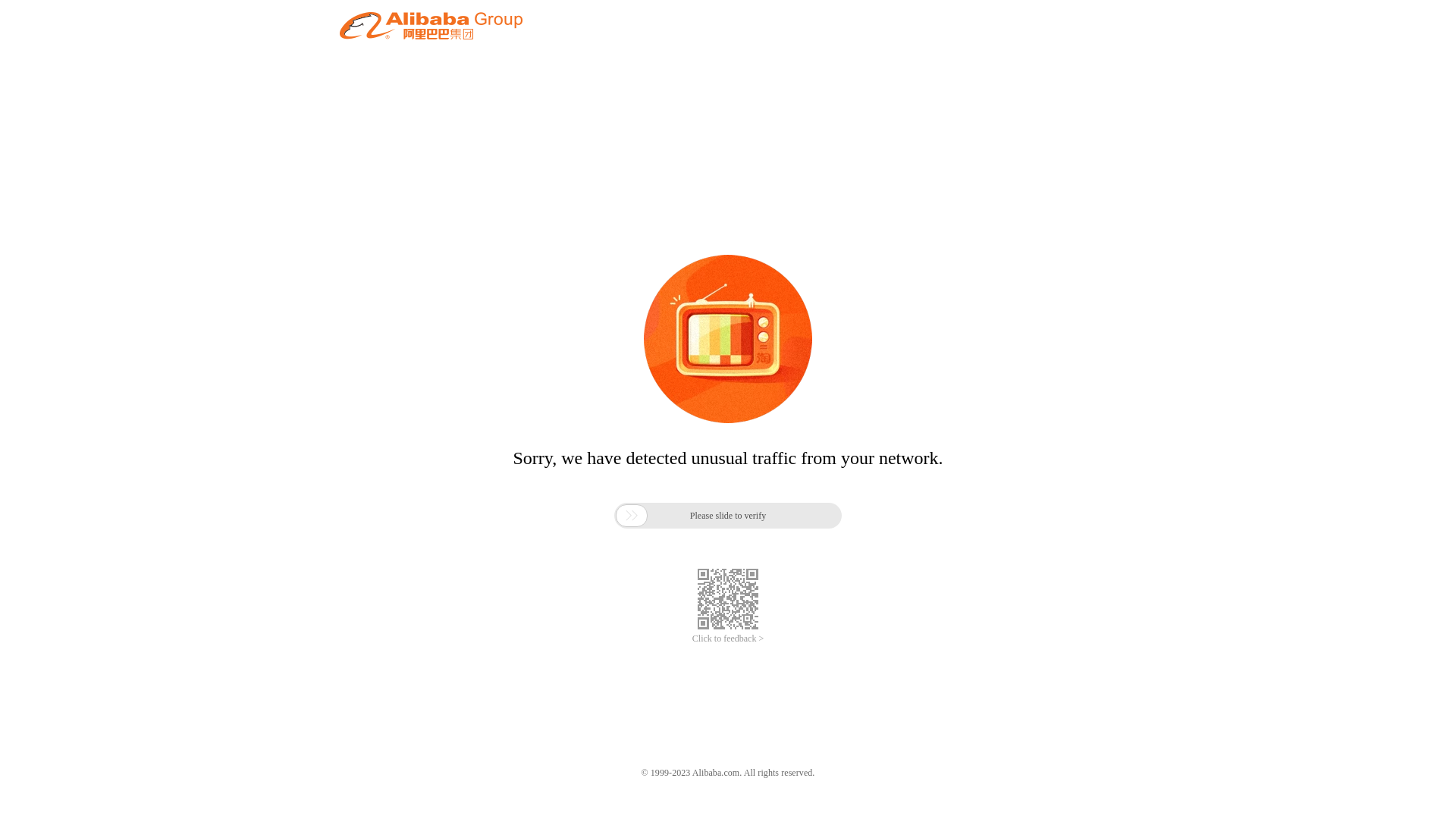 The image size is (1456, 819). I want to click on 'Click to feedback >', so click(728, 639).